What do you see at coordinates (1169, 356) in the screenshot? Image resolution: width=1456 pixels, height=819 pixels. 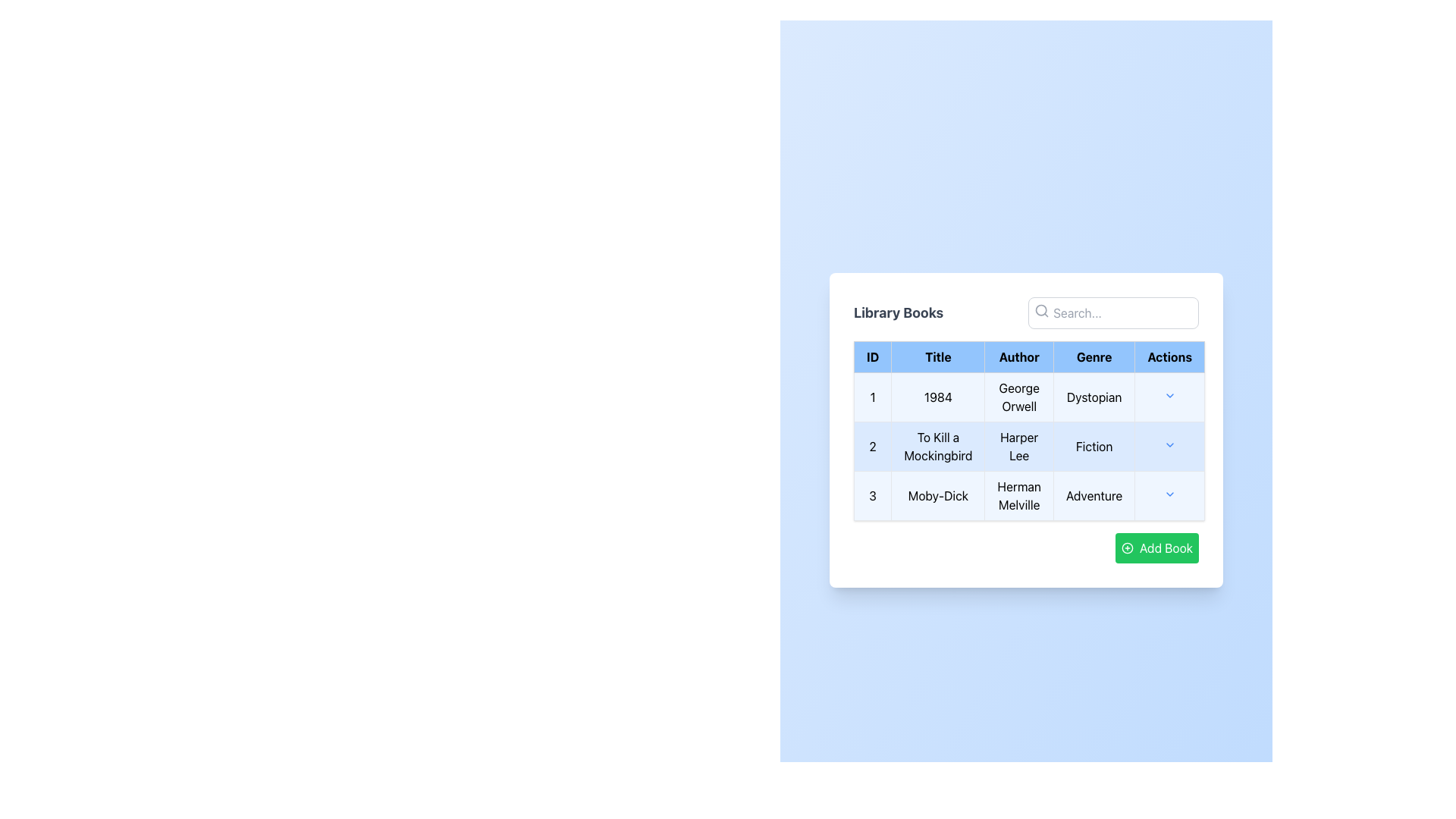 I see `the 'Actions' table header, which is the rightmost column header in a table with a light blue background and bold text` at bounding box center [1169, 356].